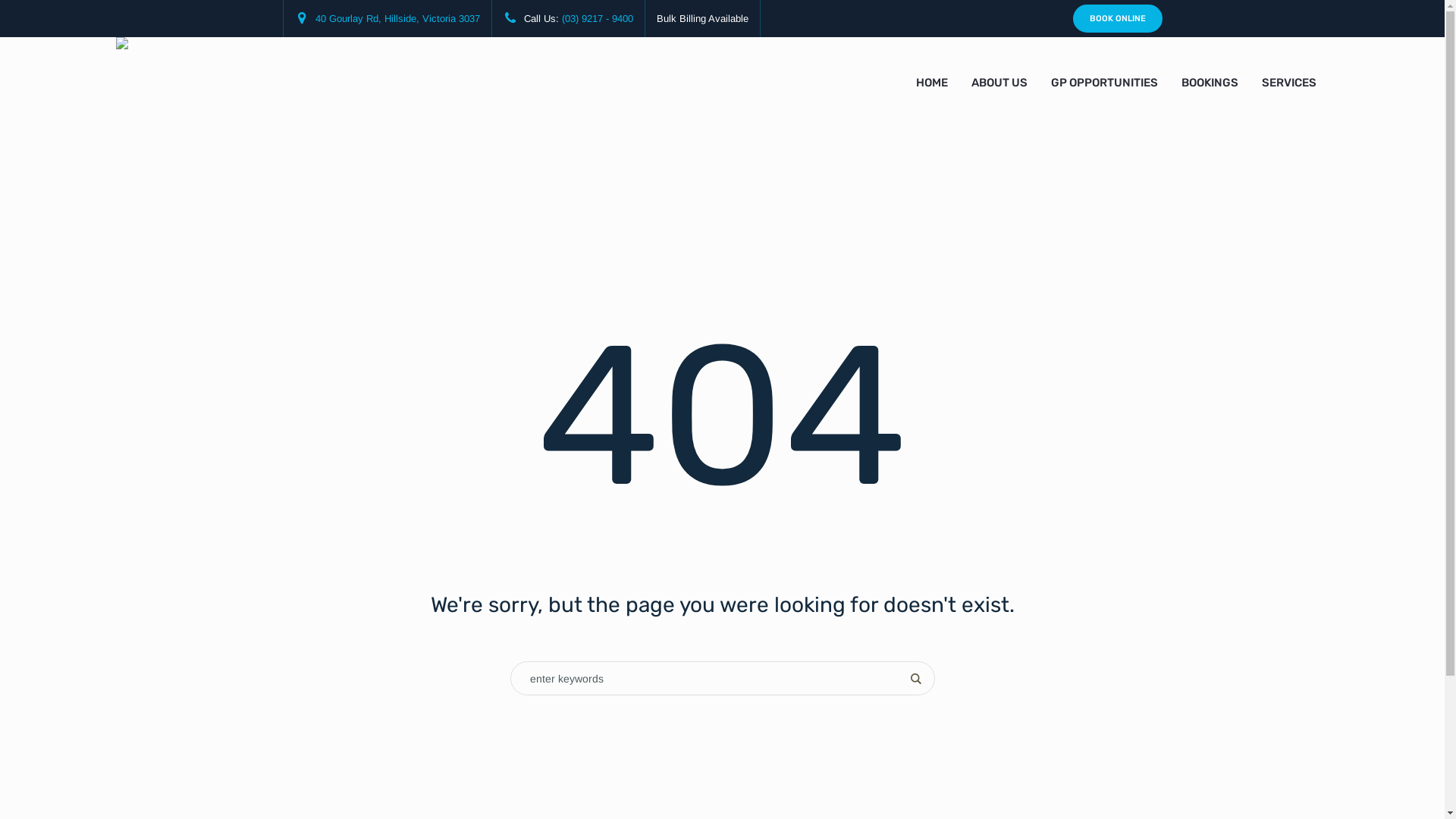 The width and height of the screenshot is (1456, 819). Describe the element at coordinates (560, 18) in the screenshot. I see `'(03) 9217 - 9400'` at that location.